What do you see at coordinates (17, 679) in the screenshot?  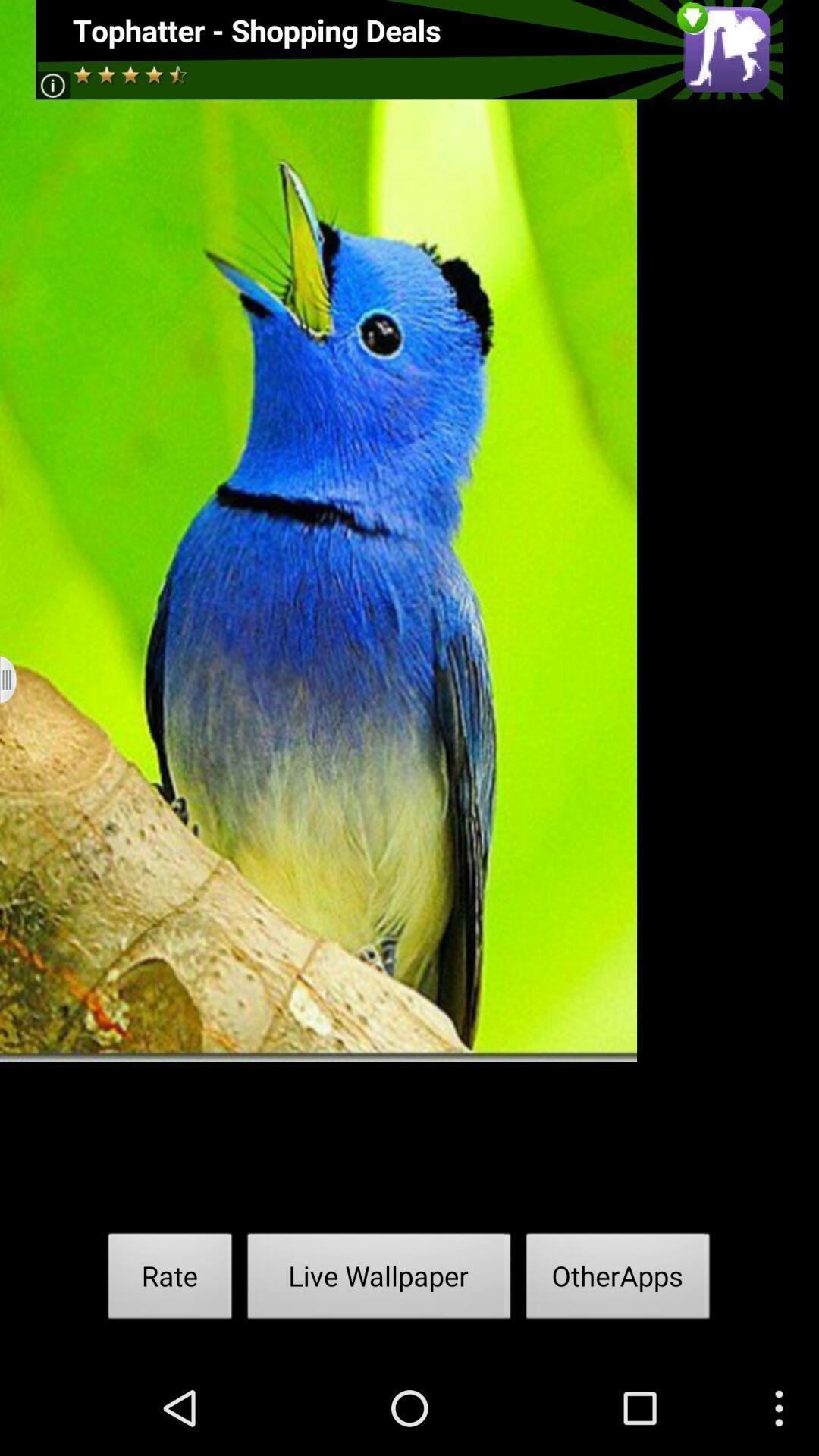 I see `option` at bounding box center [17, 679].